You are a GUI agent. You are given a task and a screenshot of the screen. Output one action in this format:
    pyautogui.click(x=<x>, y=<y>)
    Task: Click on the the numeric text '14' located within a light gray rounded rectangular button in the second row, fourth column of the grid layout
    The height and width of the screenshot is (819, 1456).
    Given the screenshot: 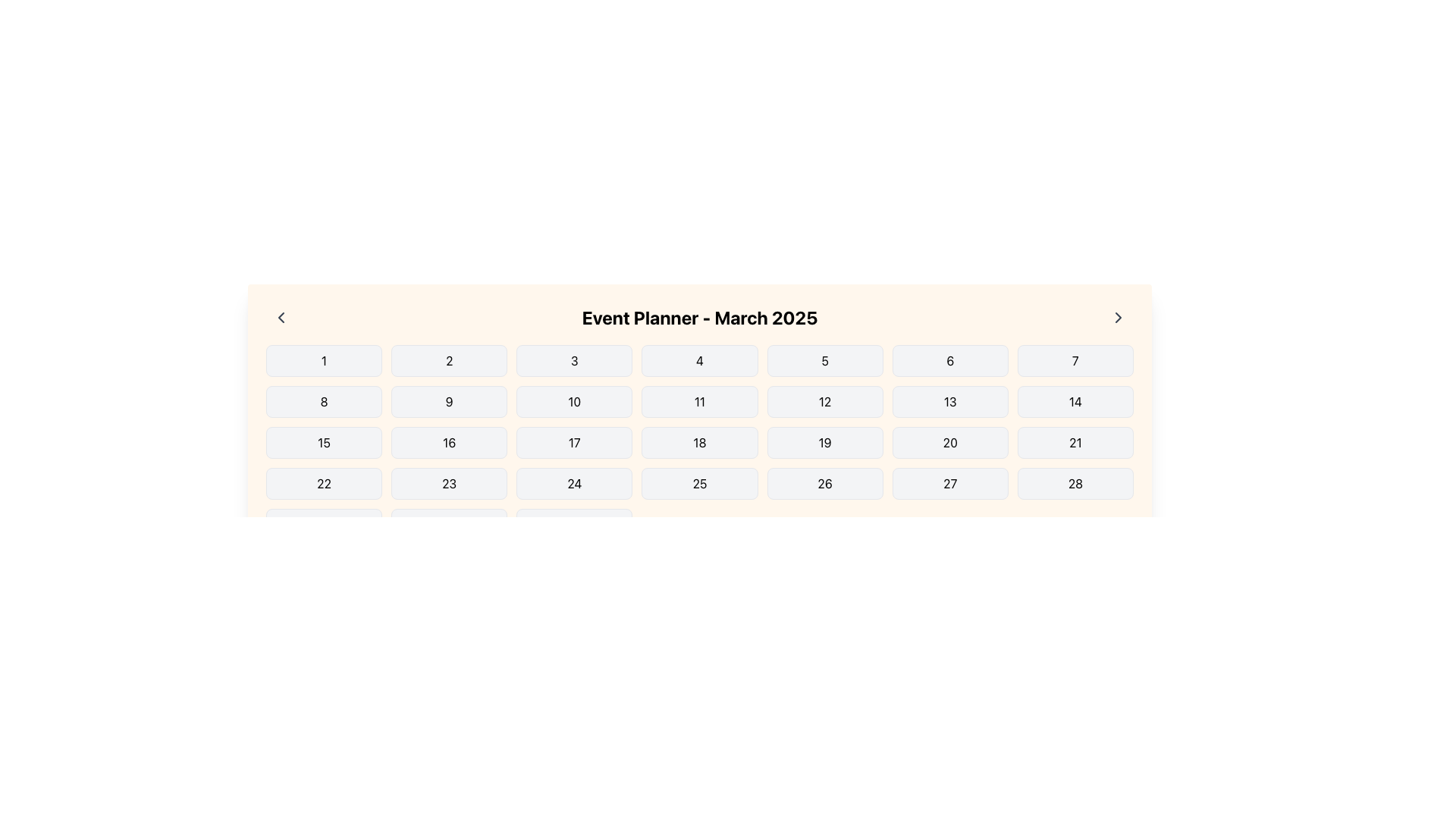 What is the action you would take?
    pyautogui.click(x=1075, y=400)
    